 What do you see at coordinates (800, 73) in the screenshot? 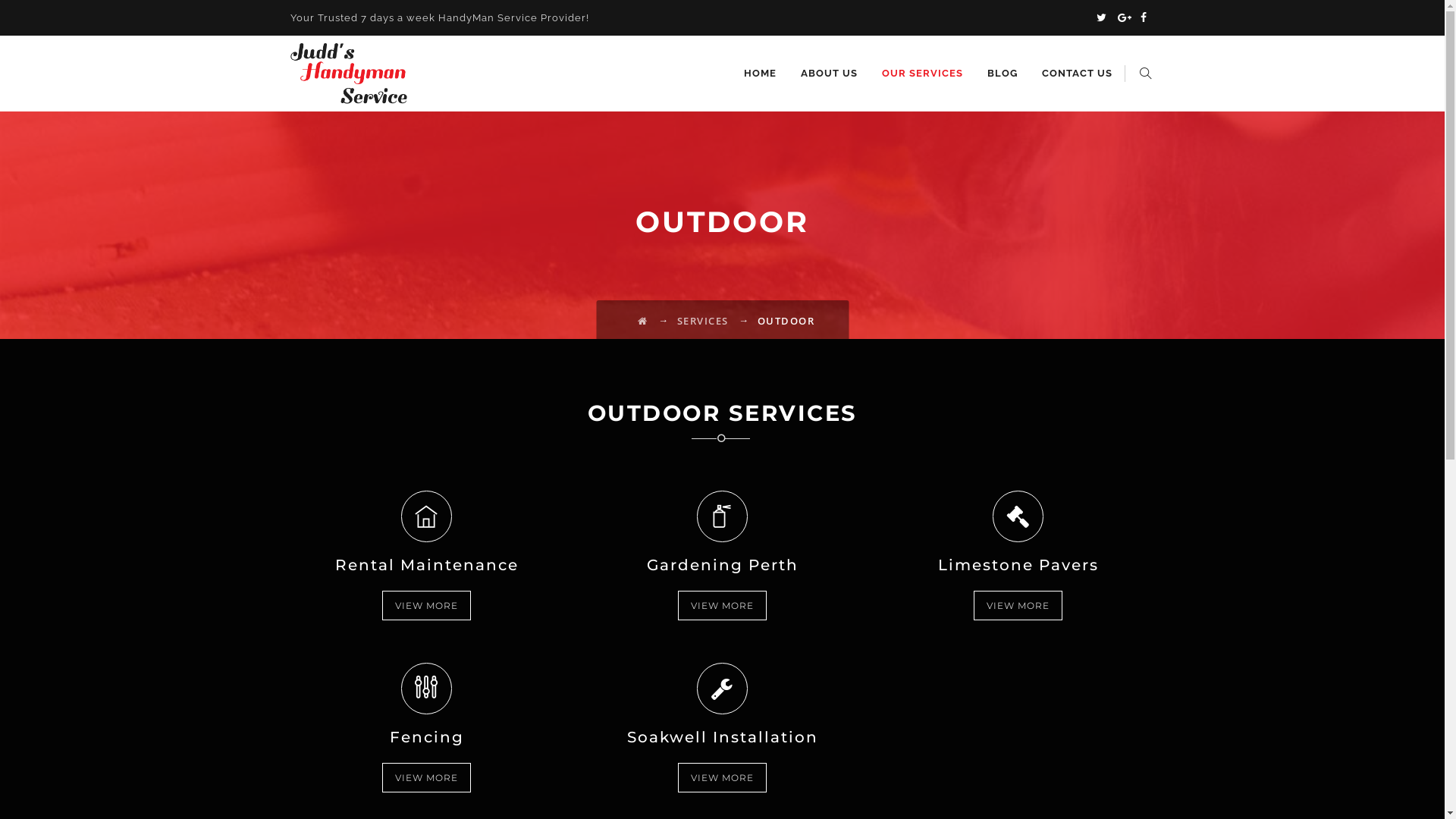
I see `'ABOUT US'` at bounding box center [800, 73].